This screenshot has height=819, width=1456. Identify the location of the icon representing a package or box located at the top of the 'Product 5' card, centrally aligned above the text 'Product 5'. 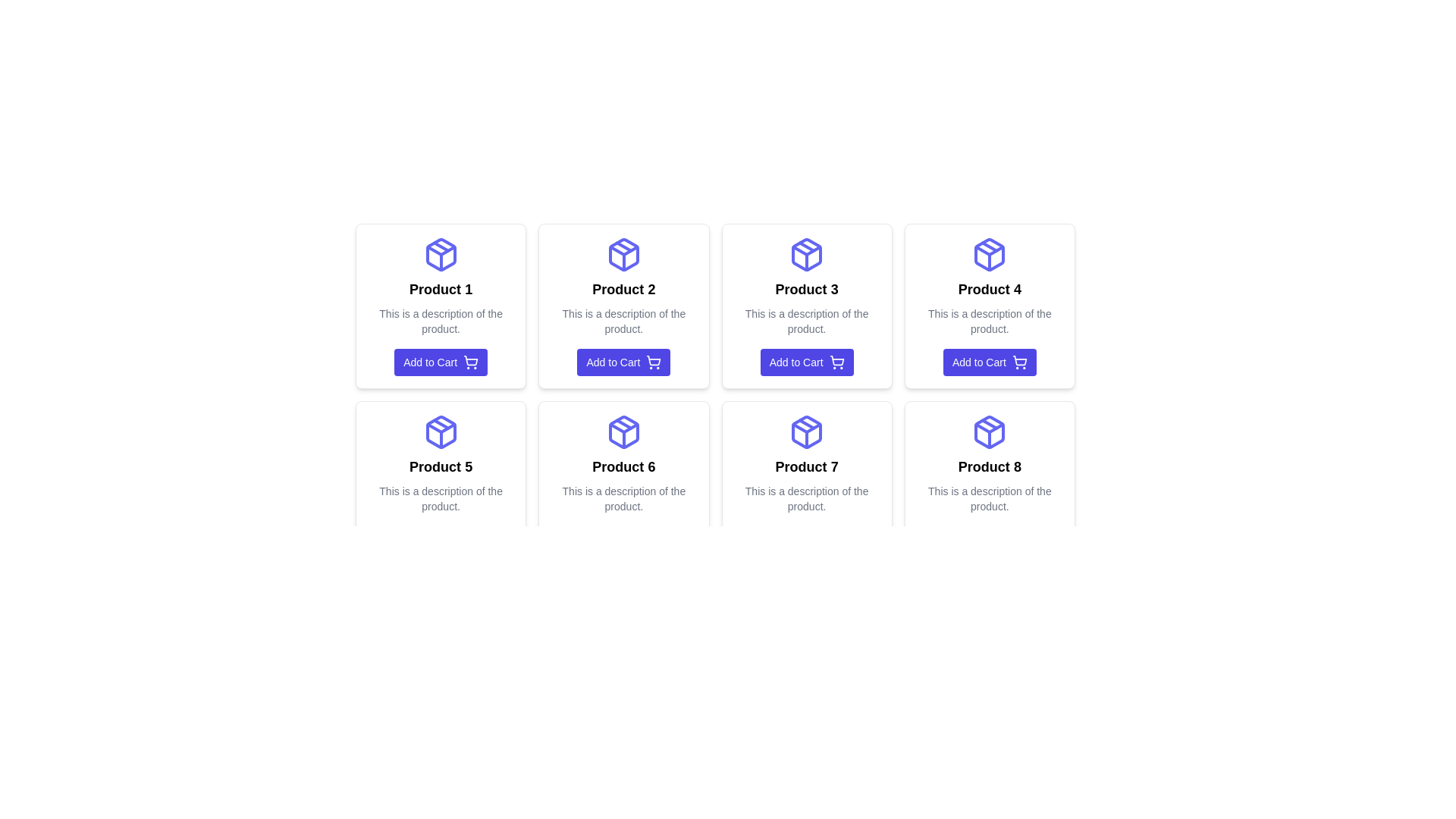
(440, 432).